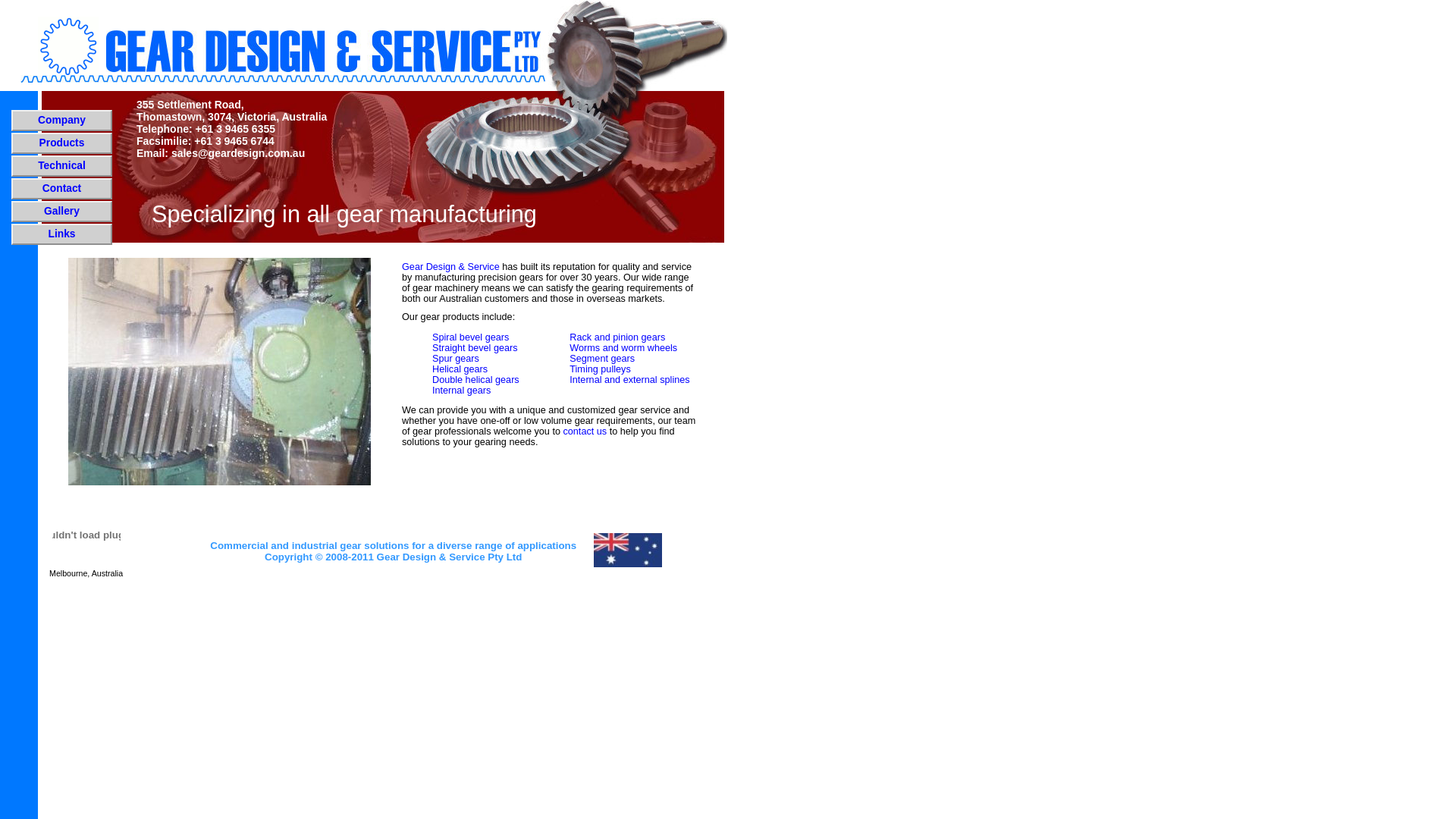 Image resolution: width=1456 pixels, height=819 pixels. What do you see at coordinates (629, 379) in the screenshot?
I see `'Internal and external splines'` at bounding box center [629, 379].